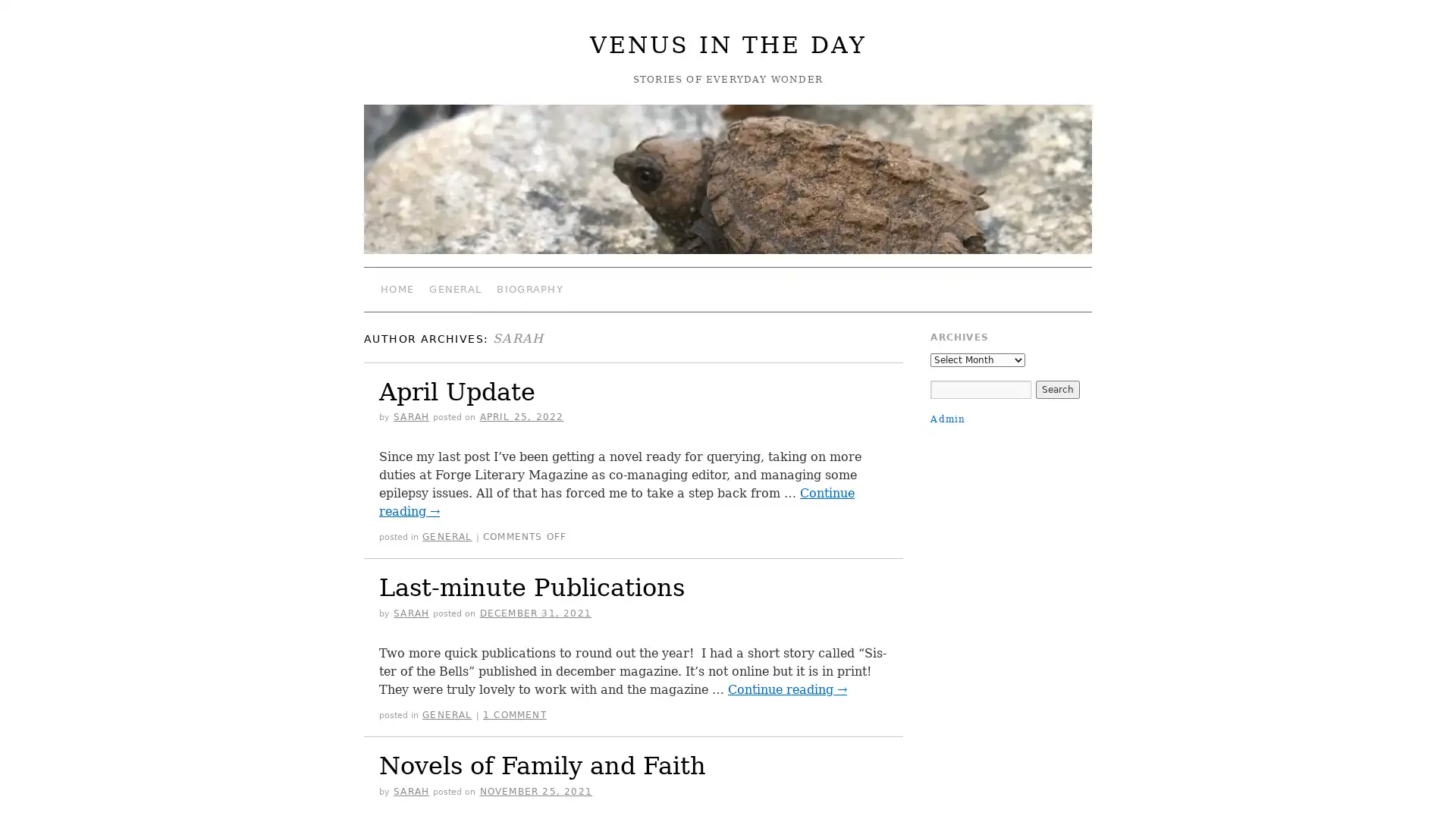 The image size is (1456, 819). What do you see at coordinates (1056, 388) in the screenshot?
I see `Search` at bounding box center [1056, 388].